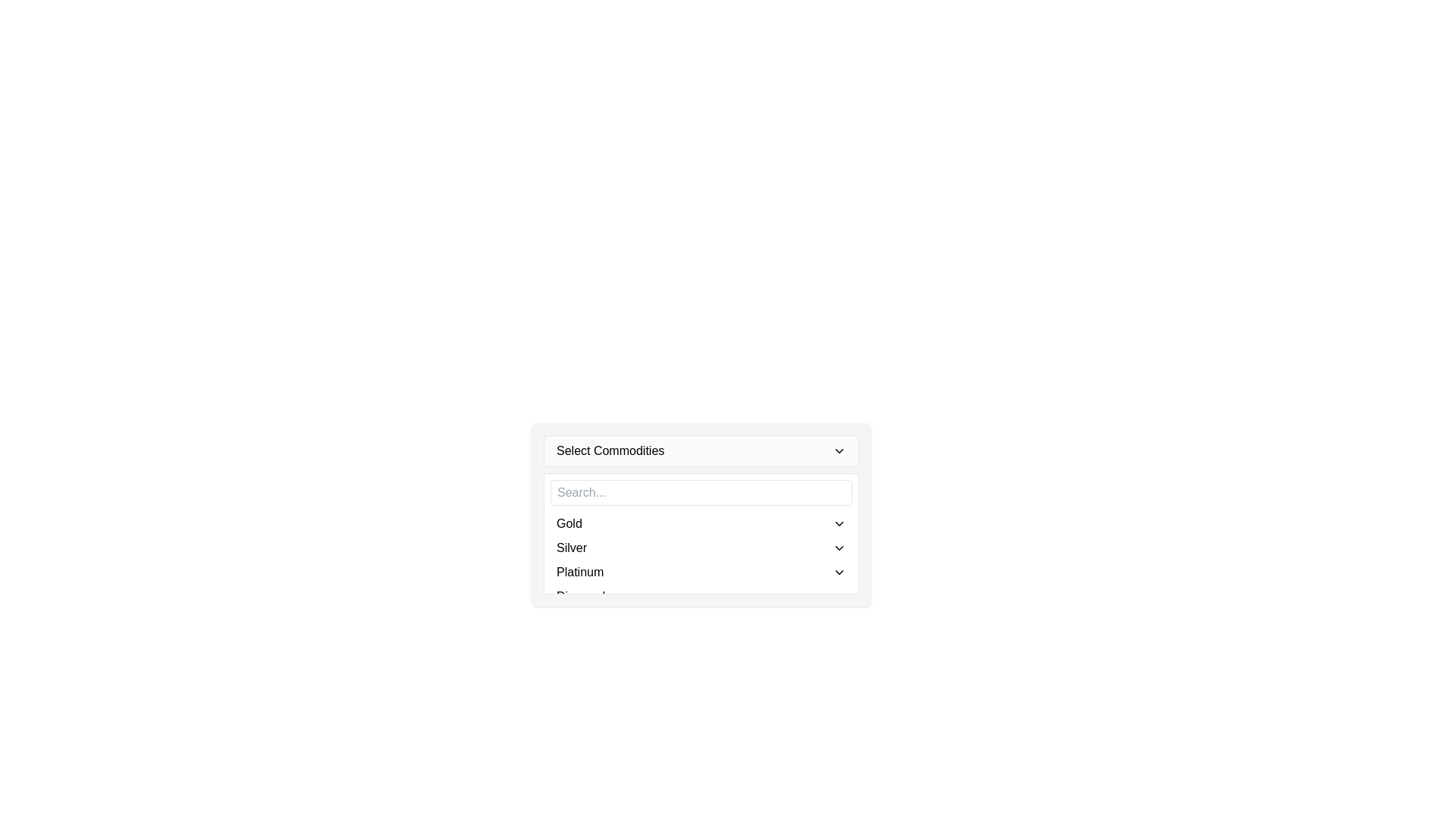 The width and height of the screenshot is (1456, 819). What do you see at coordinates (839, 522) in the screenshot?
I see `the dropdown icon located to the right of the text 'Gold' for keyboard navigation` at bounding box center [839, 522].